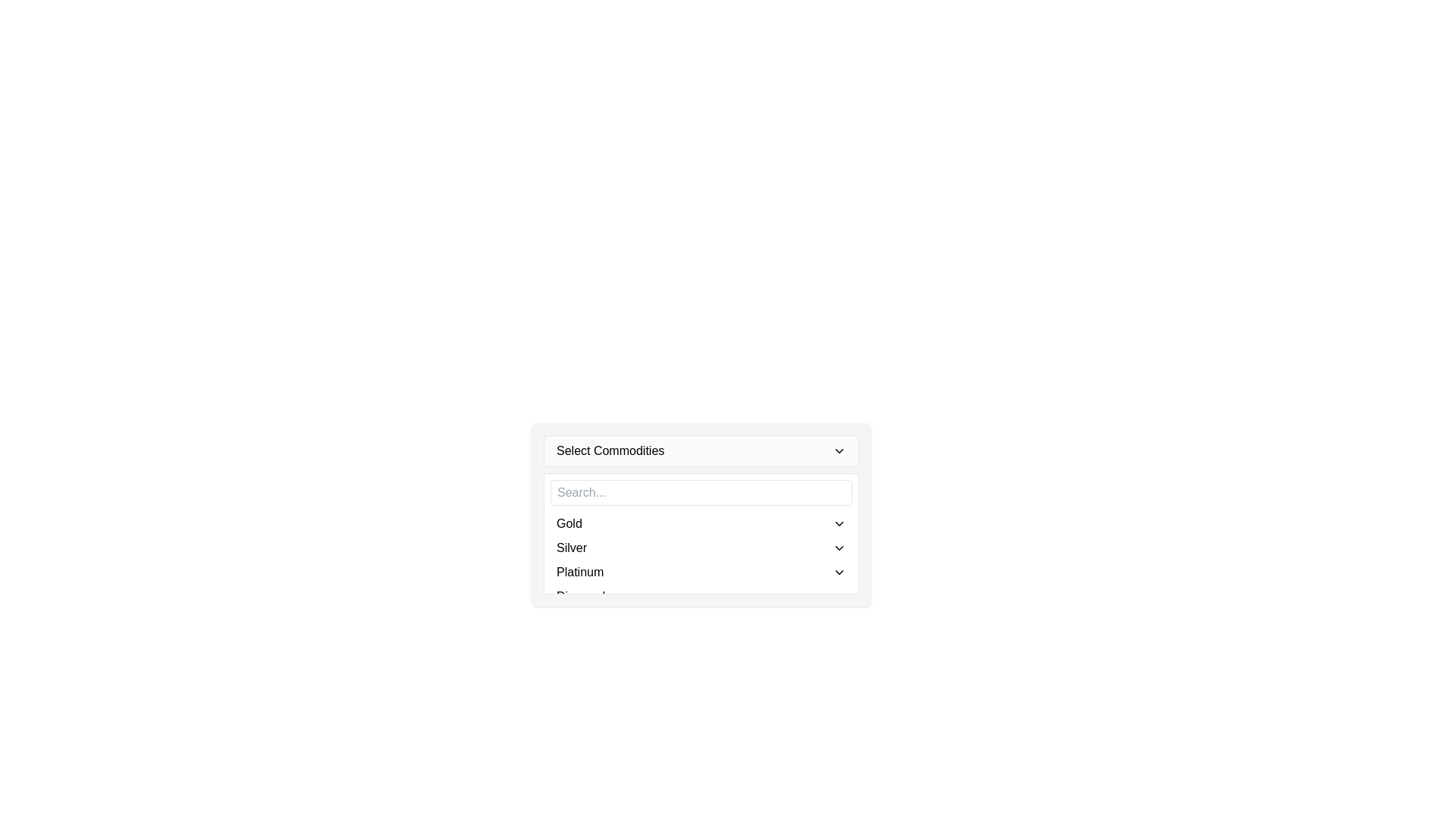 The width and height of the screenshot is (1456, 819). What do you see at coordinates (839, 522) in the screenshot?
I see `the dropdown icon located to the right of the text 'Gold' for keyboard navigation` at bounding box center [839, 522].